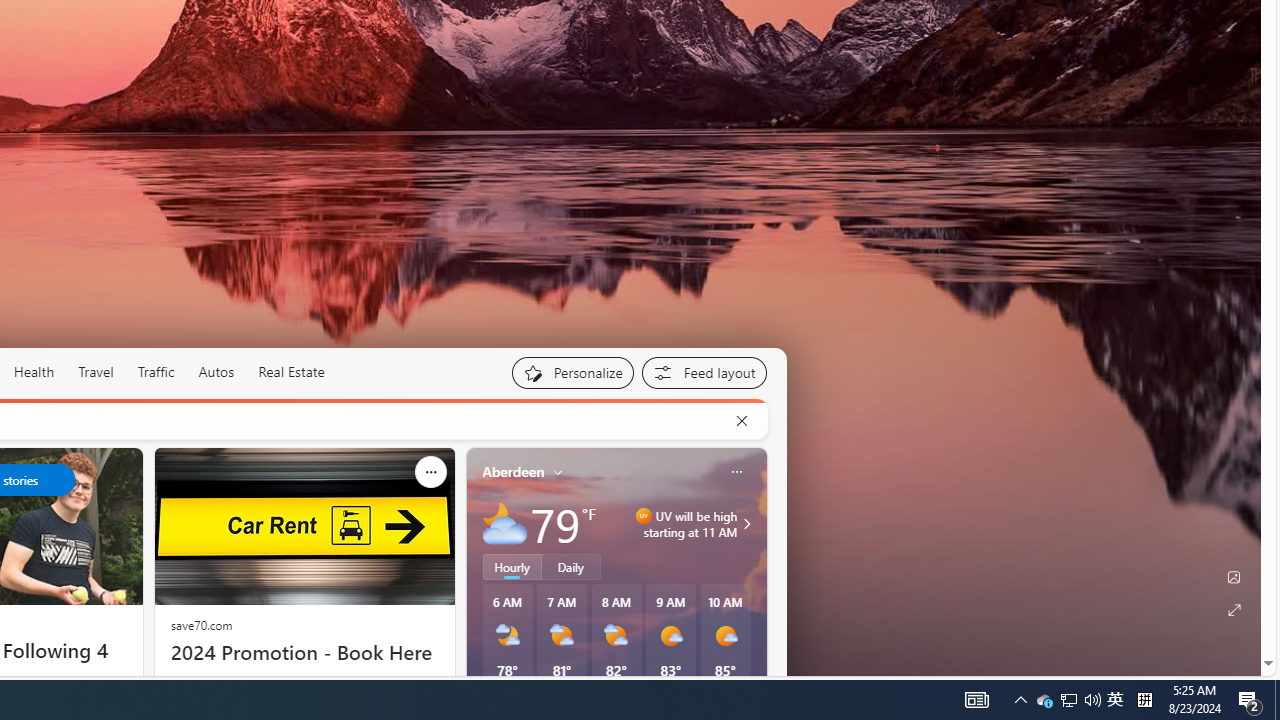 The width and height of the screenshot is (1280, 720). I want to click on 'My location', so click(558, 471).